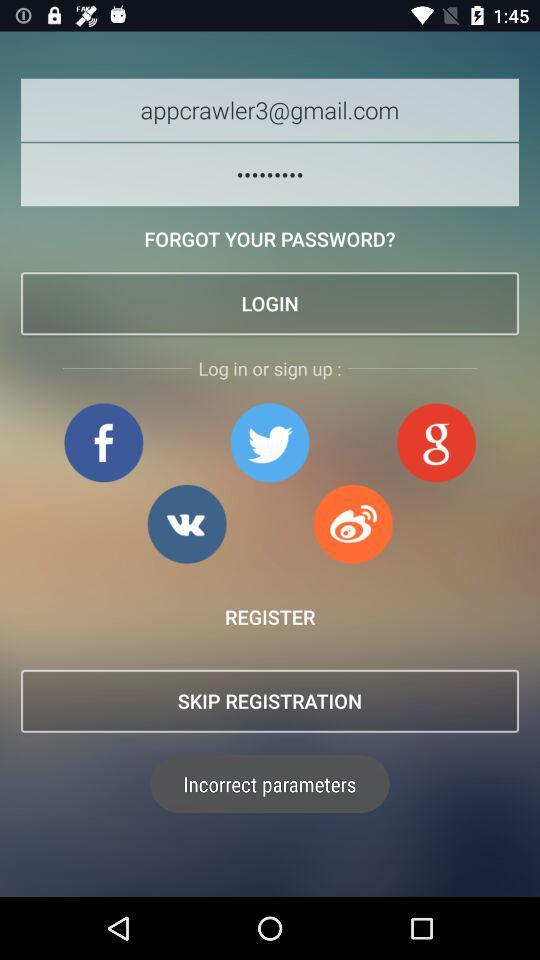  What do you see at coordinates (435, 442) in the screenshot?
I see `google option` at bounding box center [435, 442].